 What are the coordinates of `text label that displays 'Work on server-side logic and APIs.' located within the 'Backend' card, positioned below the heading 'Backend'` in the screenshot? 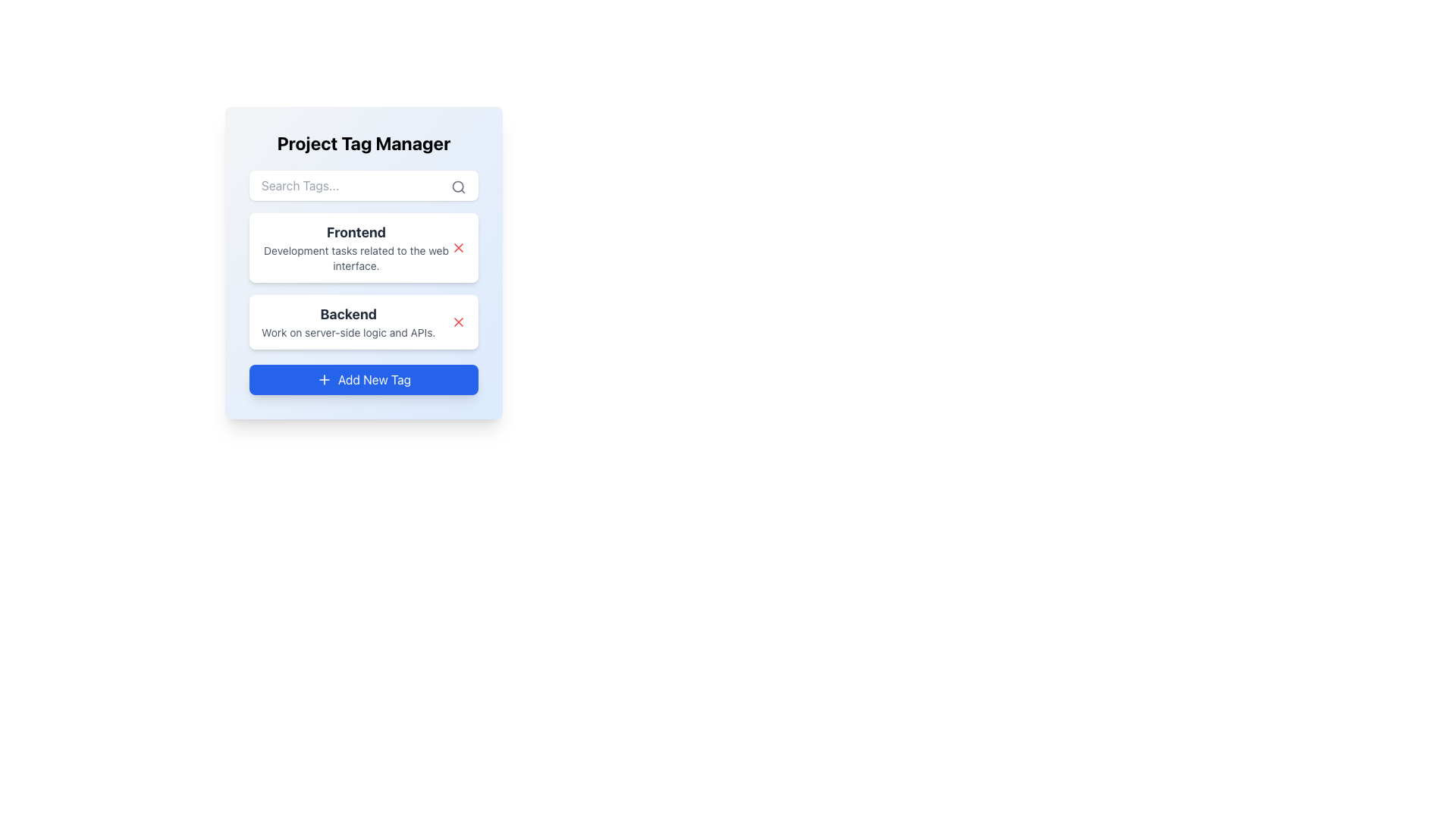 It's located at (347, 332).